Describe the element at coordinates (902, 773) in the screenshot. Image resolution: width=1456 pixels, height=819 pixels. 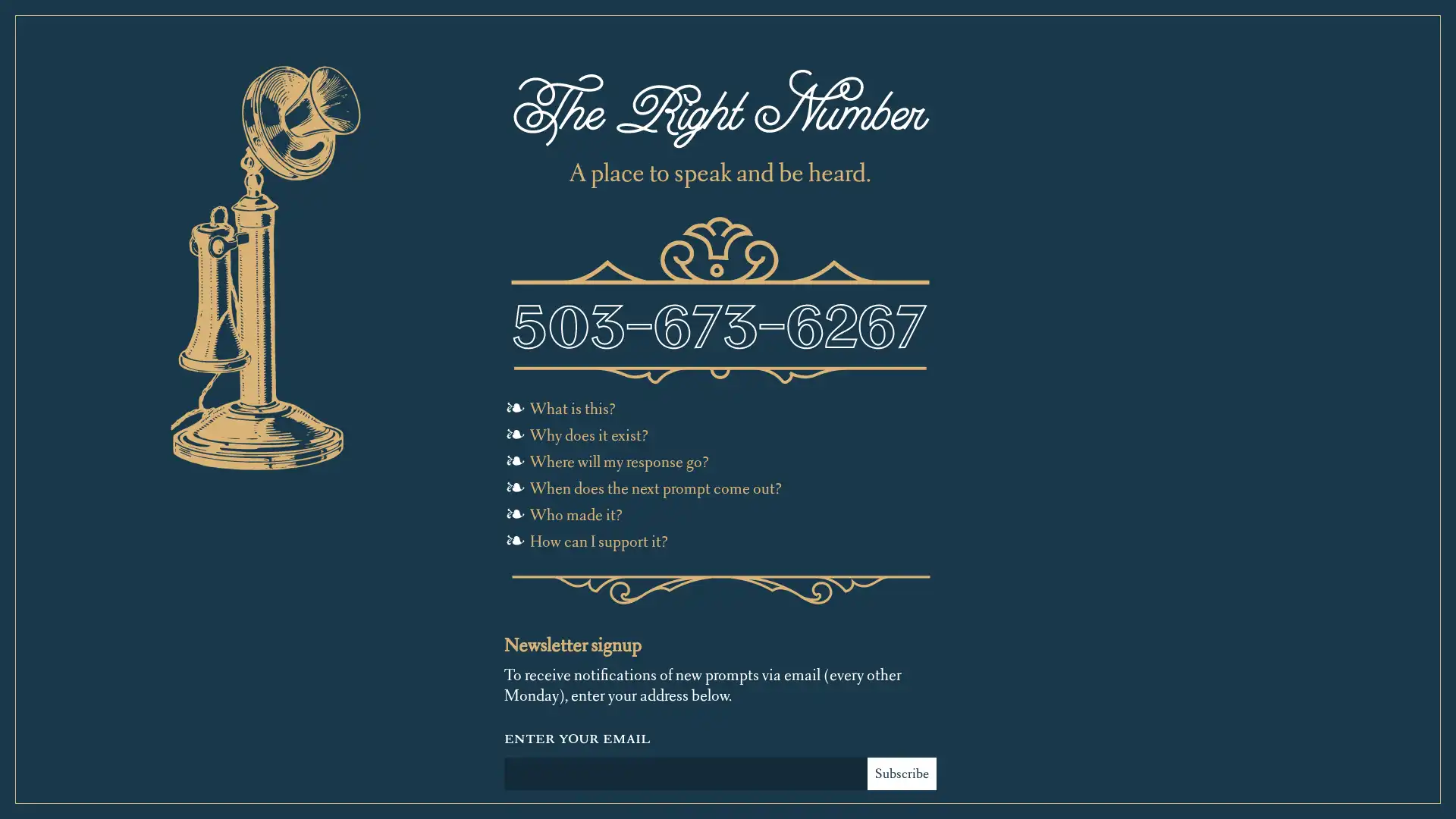
I see `Subscribe` at that location.